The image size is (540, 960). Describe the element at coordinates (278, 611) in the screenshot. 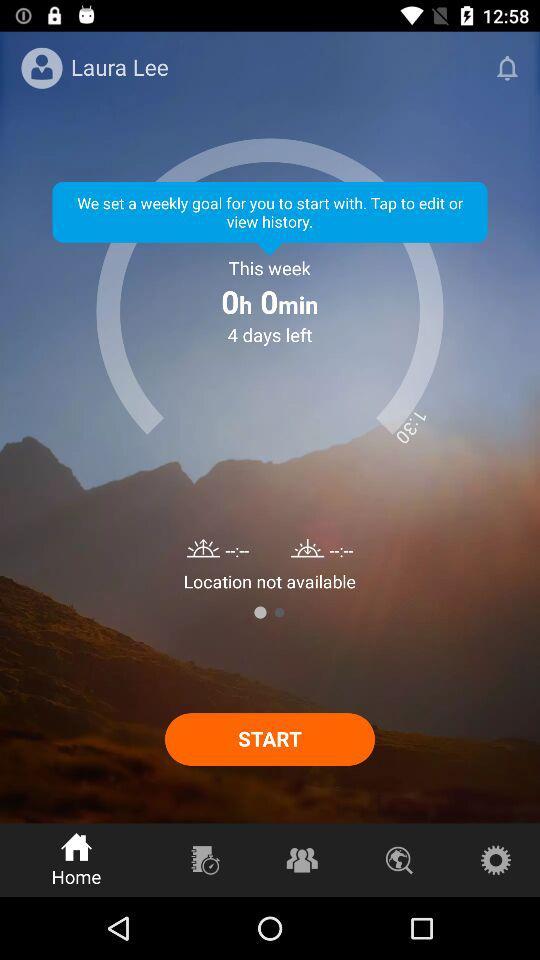

I see `item below the location not available item` at that location.